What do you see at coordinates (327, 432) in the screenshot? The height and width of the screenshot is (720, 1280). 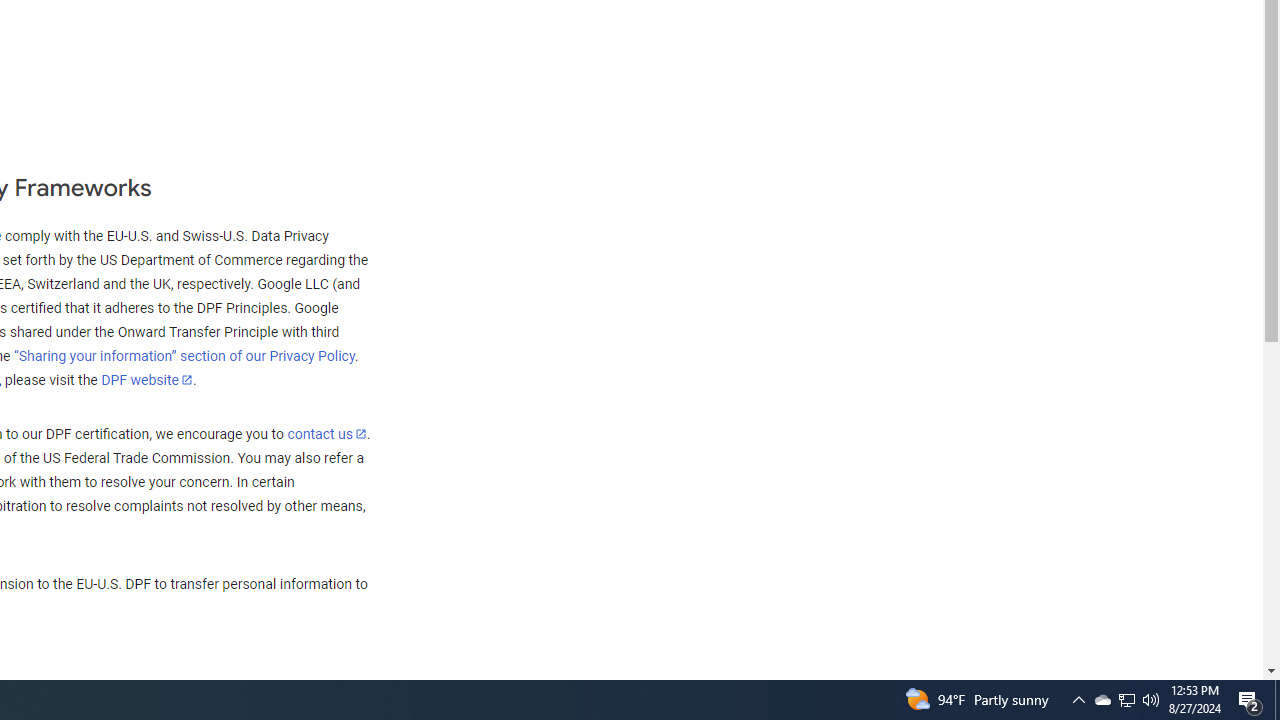 I see `'contact us'` at bounding box center [327, 432].